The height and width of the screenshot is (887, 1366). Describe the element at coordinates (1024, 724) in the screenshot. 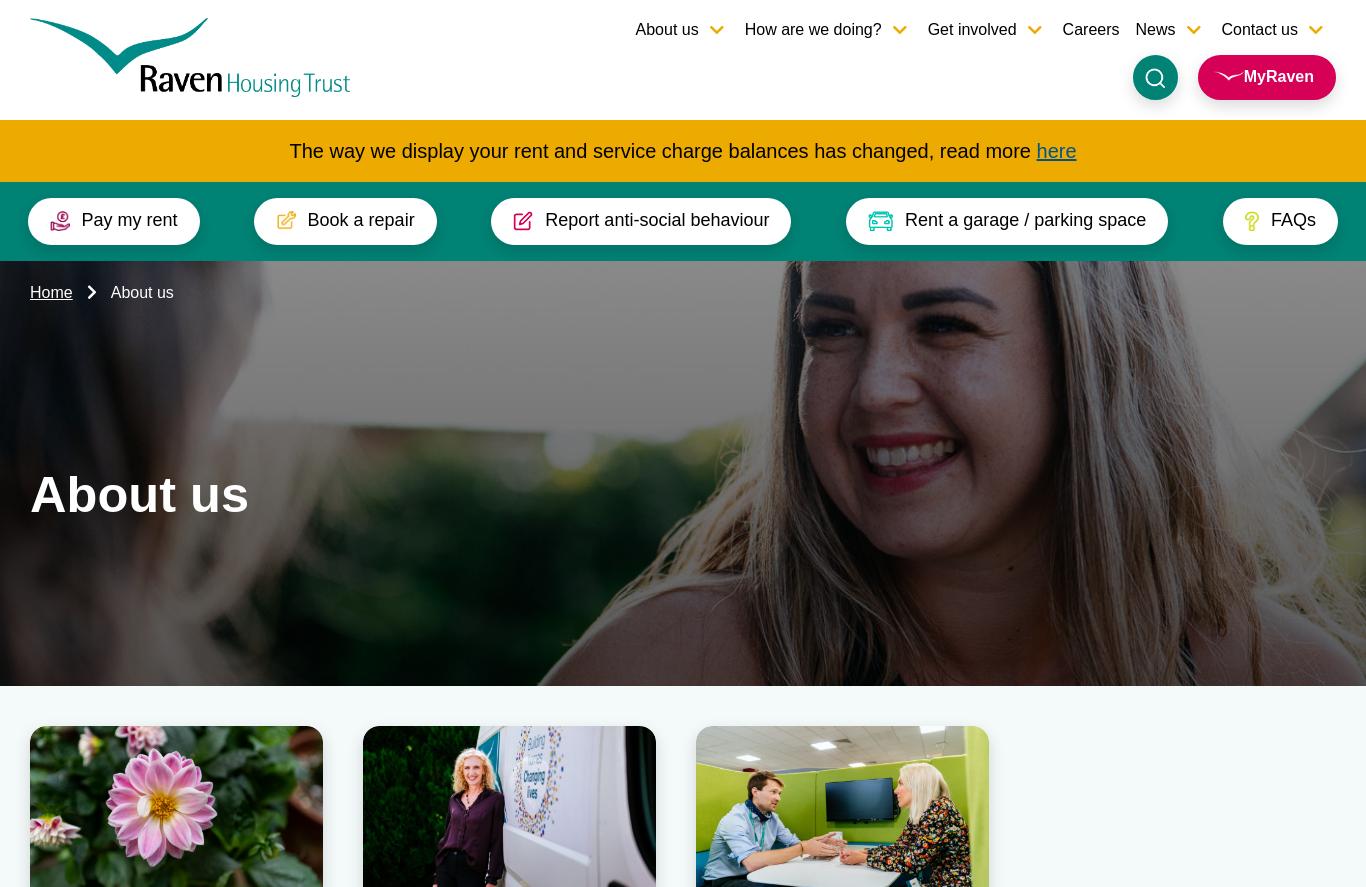

I see `'Modern slavery statement'` at that location.